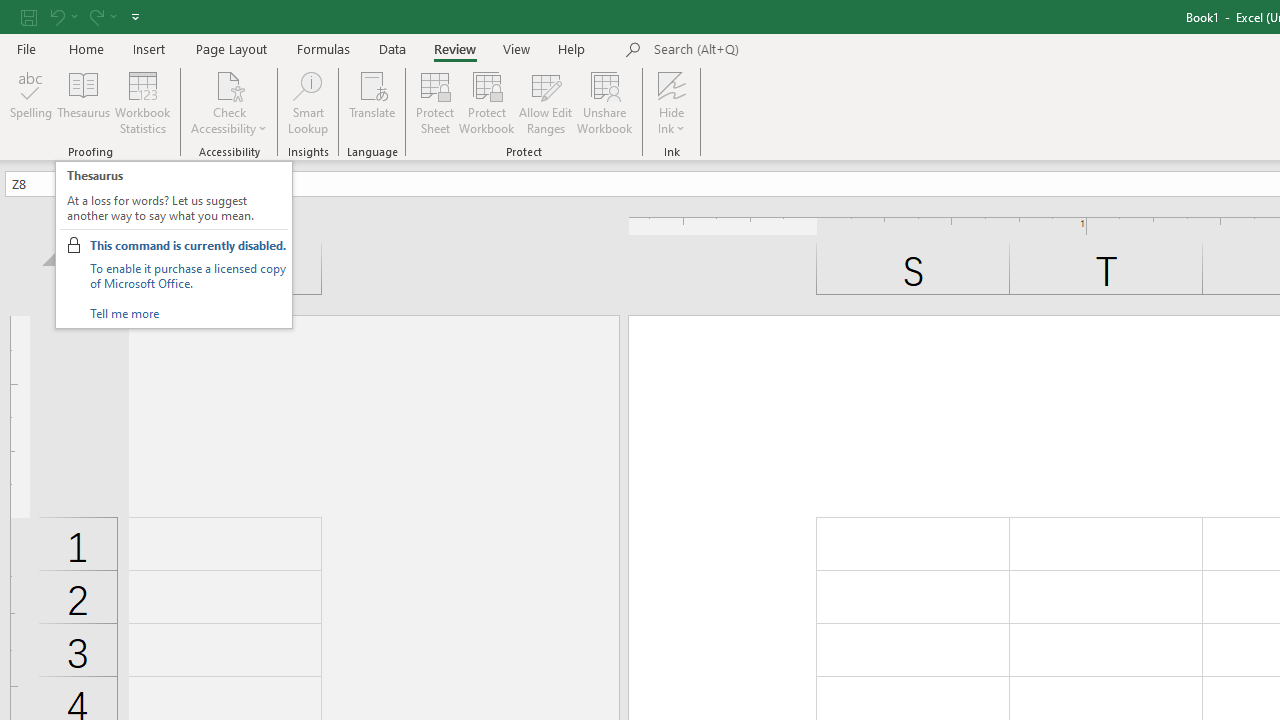 This screenshot has height=720, width=1280. I want to click on 'Protect Sheet...', so click(434, 103).